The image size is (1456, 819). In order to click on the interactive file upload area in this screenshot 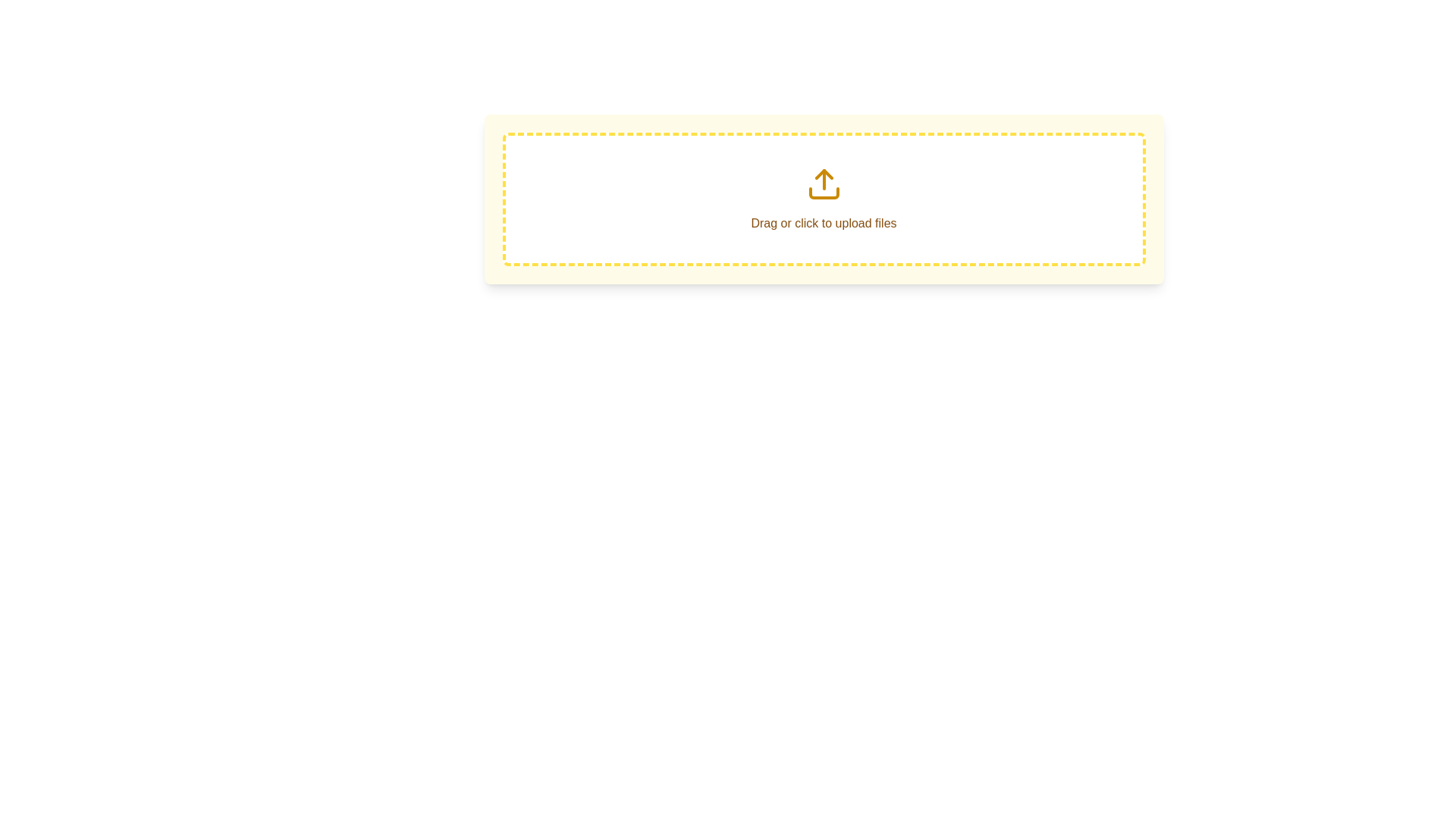, I will do `click(823, 198)`.